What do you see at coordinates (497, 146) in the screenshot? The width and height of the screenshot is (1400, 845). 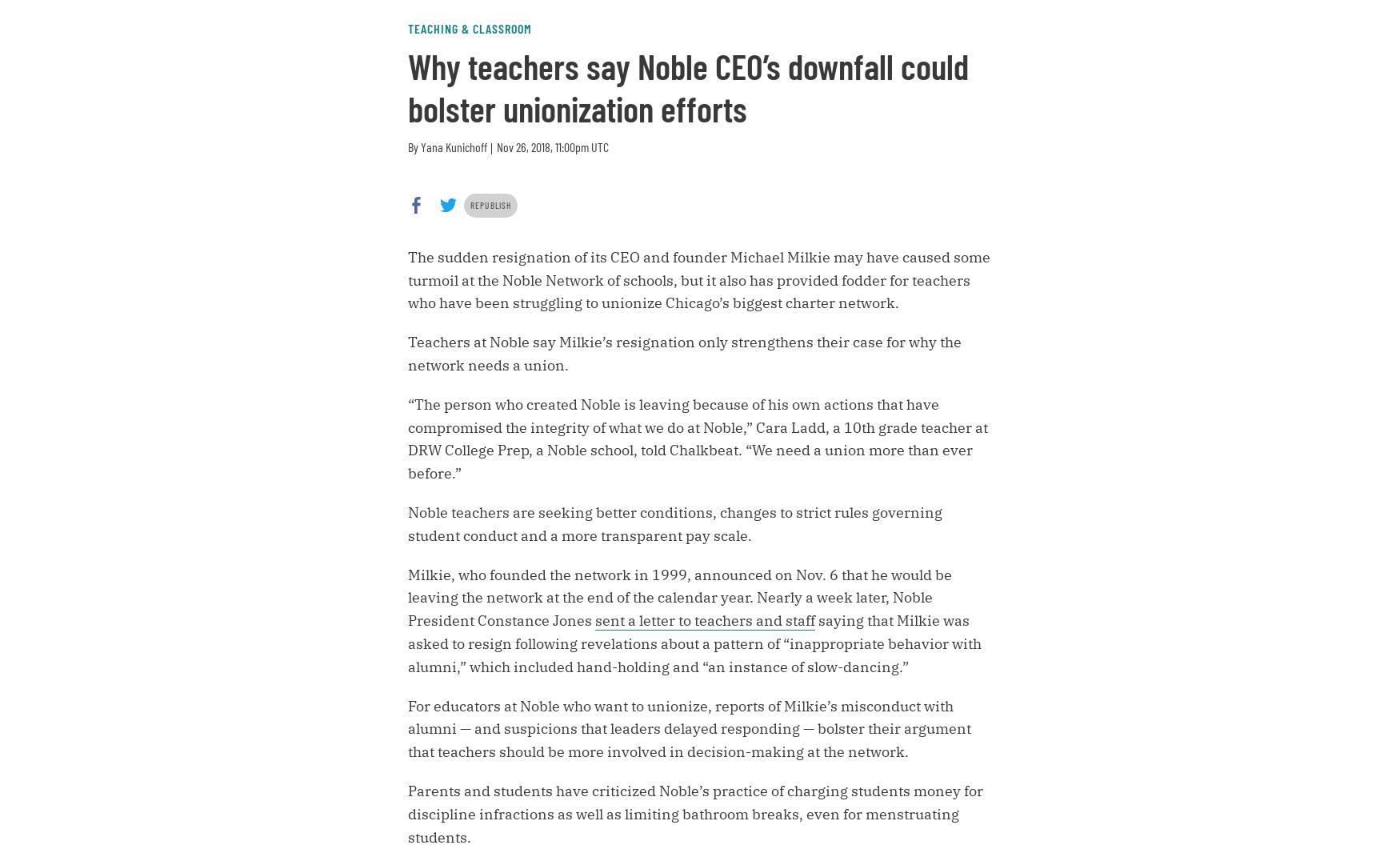 I see `'Nov 26, 2018, 11:00pm UTC'` at bounding box center [497, 146].